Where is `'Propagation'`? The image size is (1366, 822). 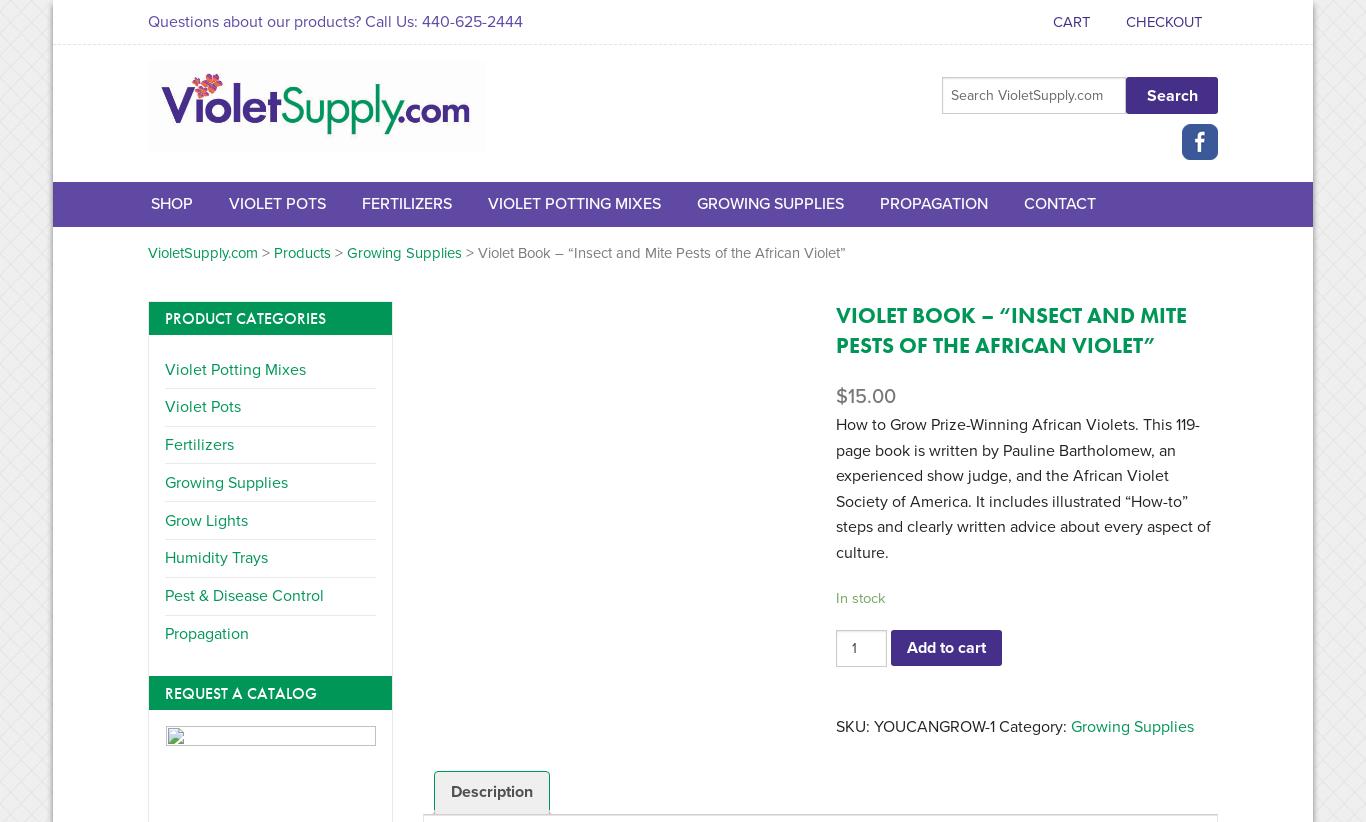
'Propagation' is located at coordinates (205, 634).